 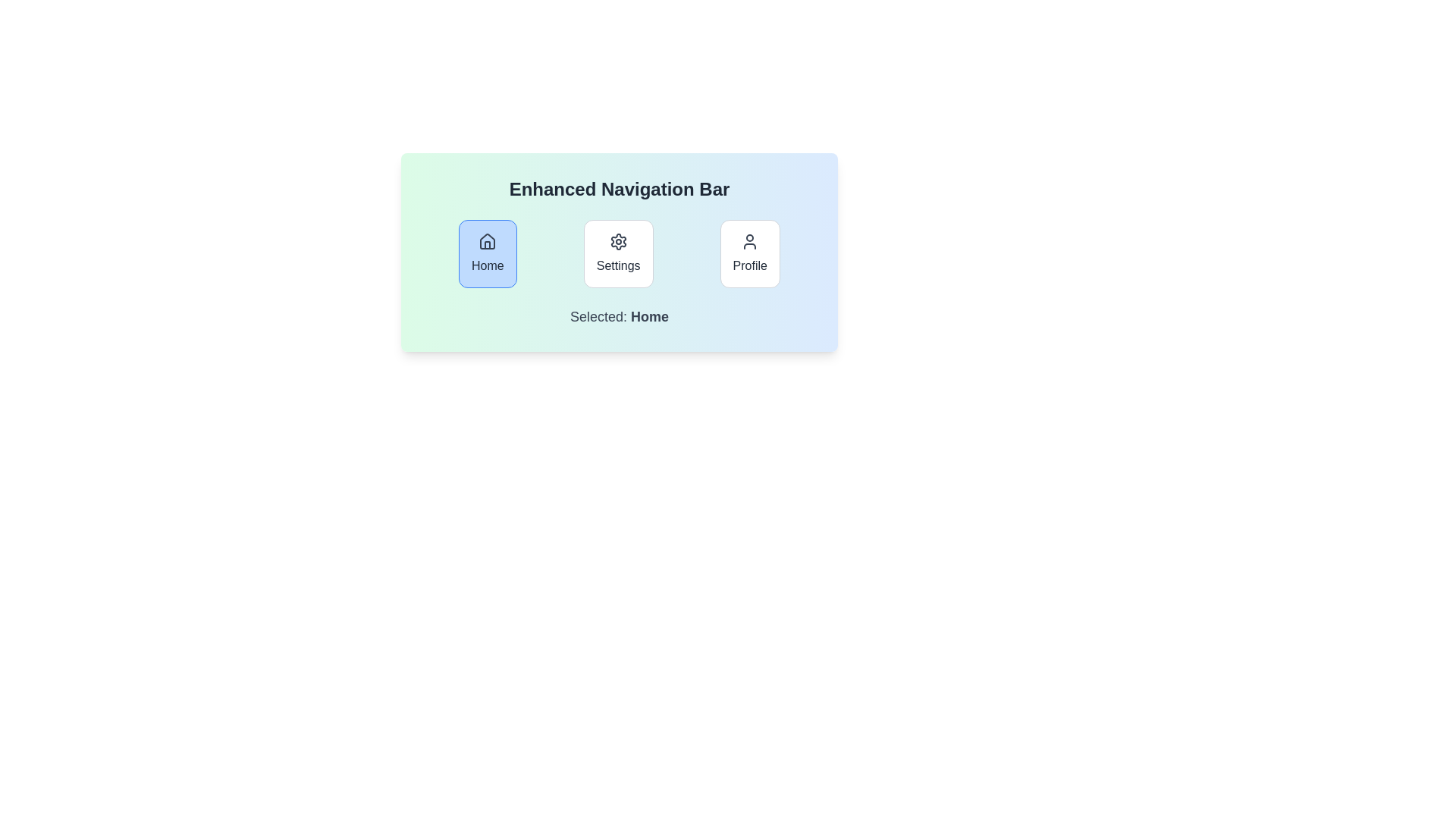 What do you see at coordinates (488, 244) in the screenshot?
I see `the Decorative icon element, which is a small vertical rectangle inside the house icon of the 'Home' button in the navigation bar` at bounding box center [488, 244].